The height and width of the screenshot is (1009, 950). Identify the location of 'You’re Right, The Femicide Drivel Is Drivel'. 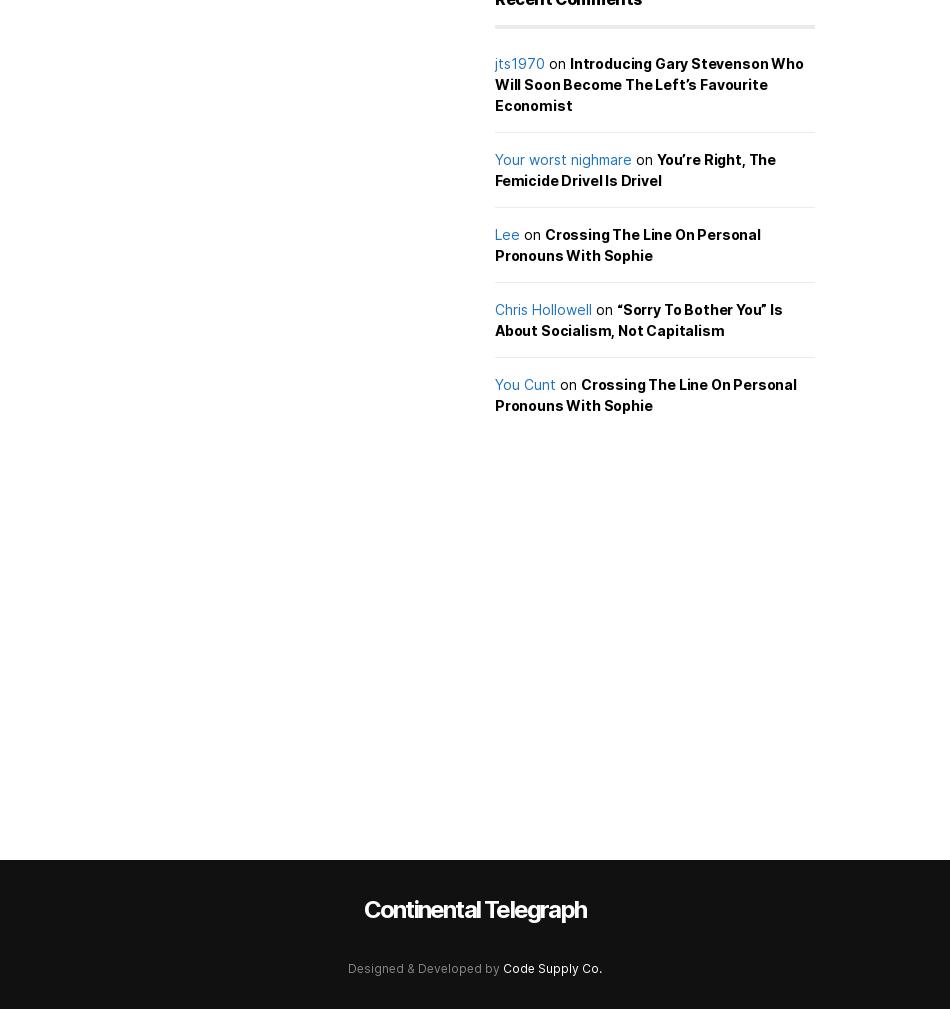
(635, 169).